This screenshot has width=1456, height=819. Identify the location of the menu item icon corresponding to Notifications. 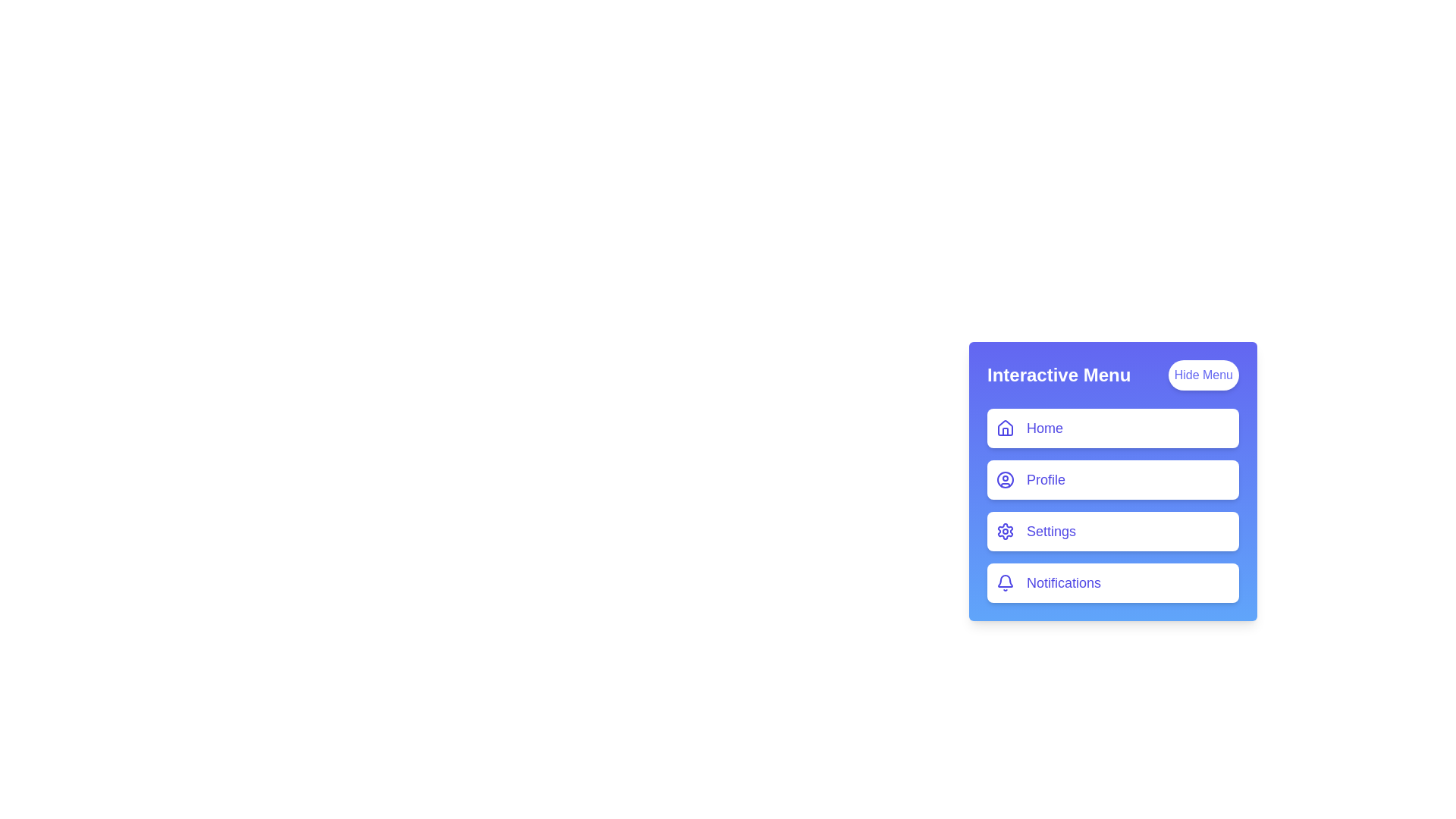
(1005, 582).